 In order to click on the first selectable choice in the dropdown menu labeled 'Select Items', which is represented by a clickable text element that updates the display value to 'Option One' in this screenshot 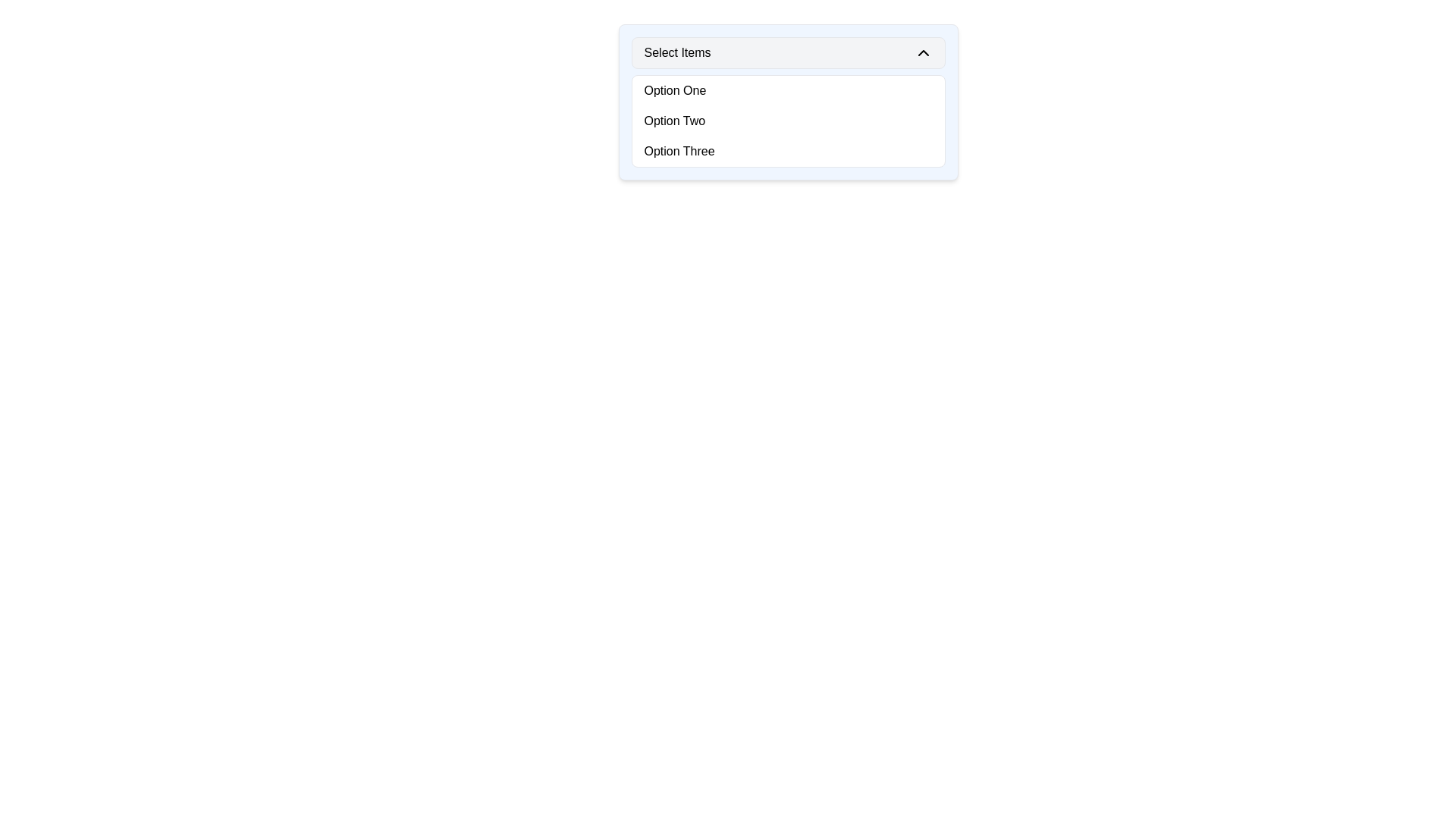, I will do `click(674, 90)`.